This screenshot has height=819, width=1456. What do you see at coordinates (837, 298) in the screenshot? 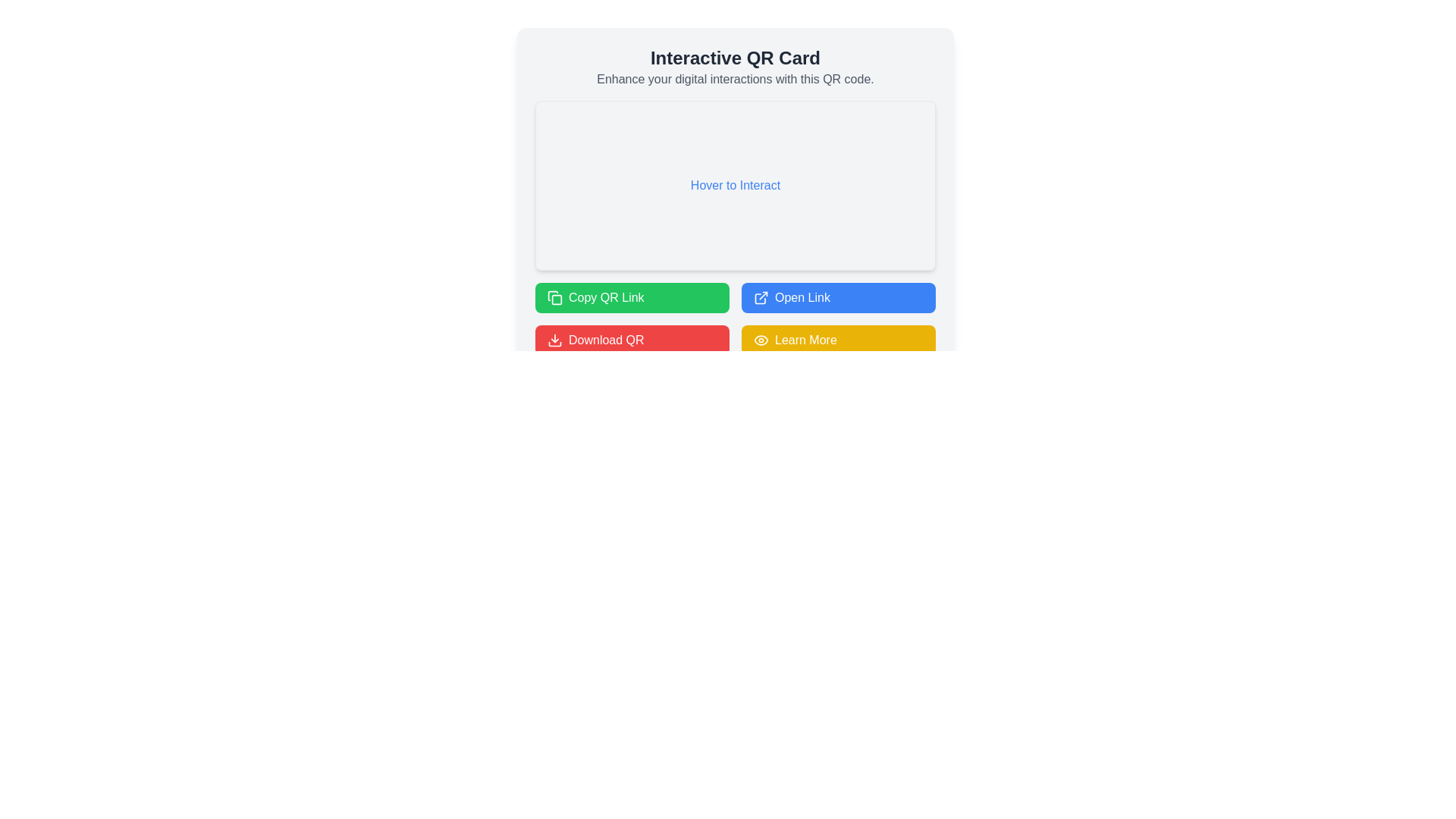
I see `the button located in the second column of the two-column grid layout, aligned with the 'Copy QR Link' button` at bounding box center [837, 298].